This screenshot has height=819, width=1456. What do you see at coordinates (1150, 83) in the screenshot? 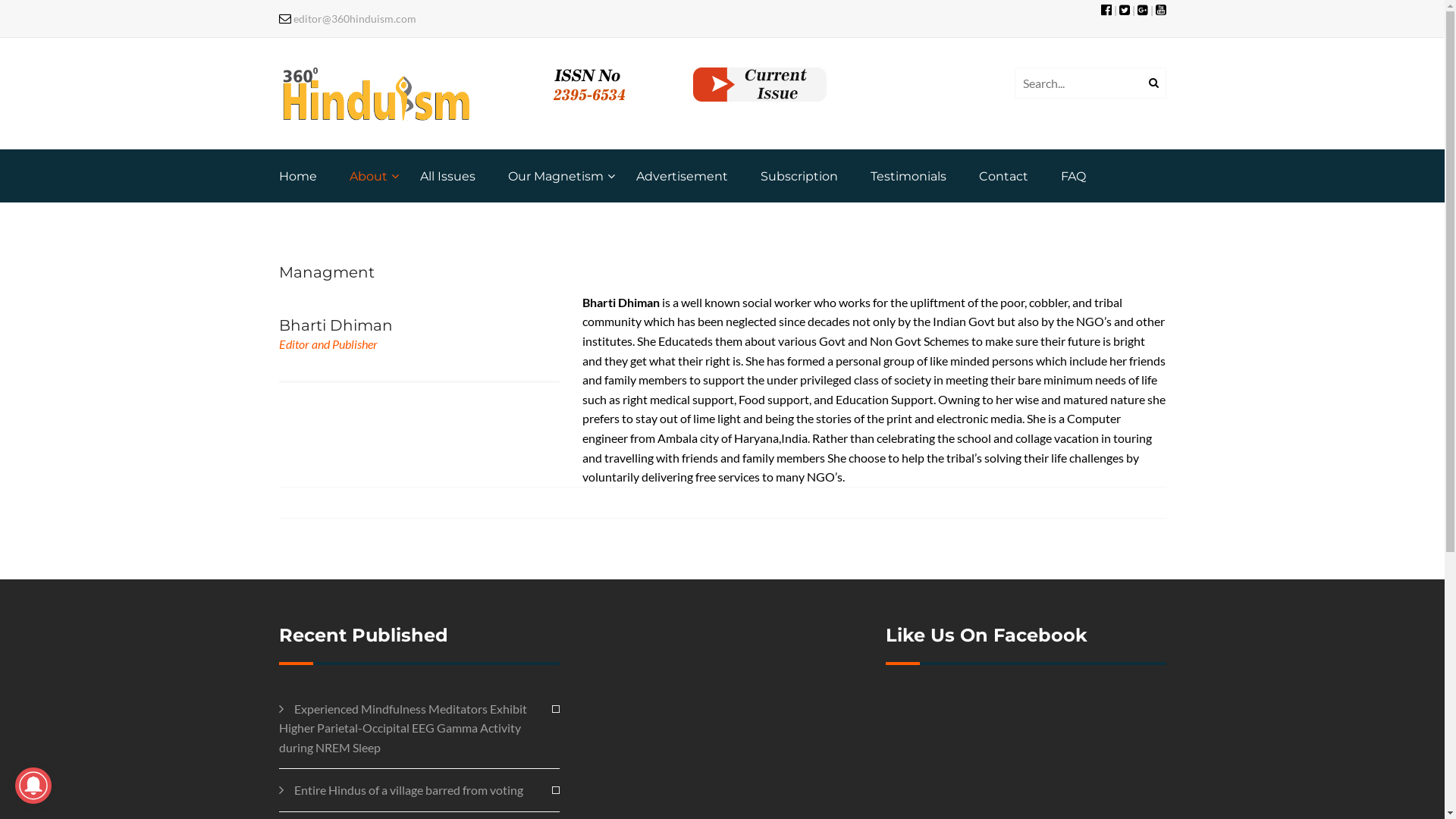
I see `'Search'` at bounding box center [1150, 83].